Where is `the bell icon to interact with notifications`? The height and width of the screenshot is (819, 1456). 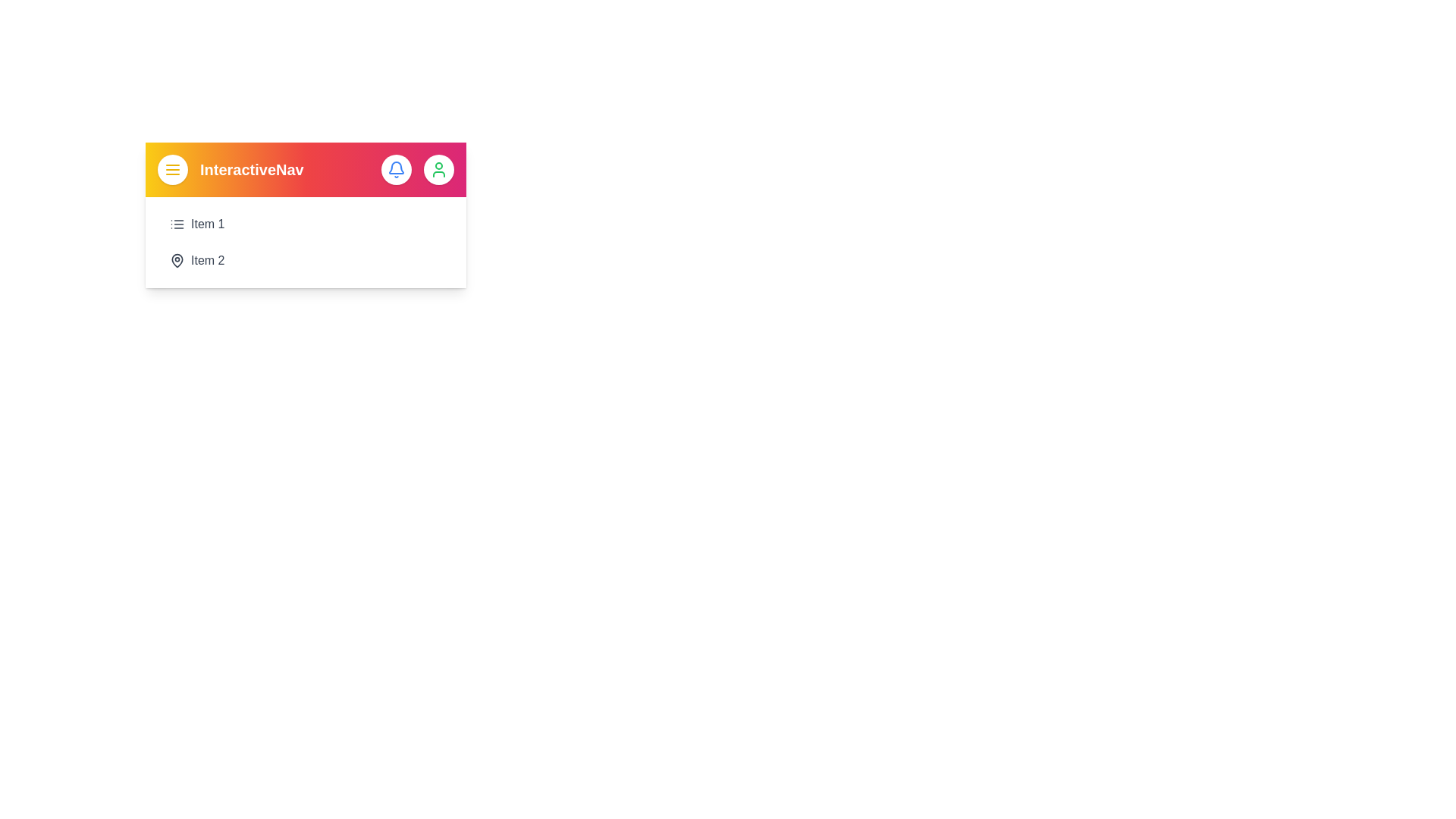 the bell icon to interact with notifications is located at coordinates (397, 169).